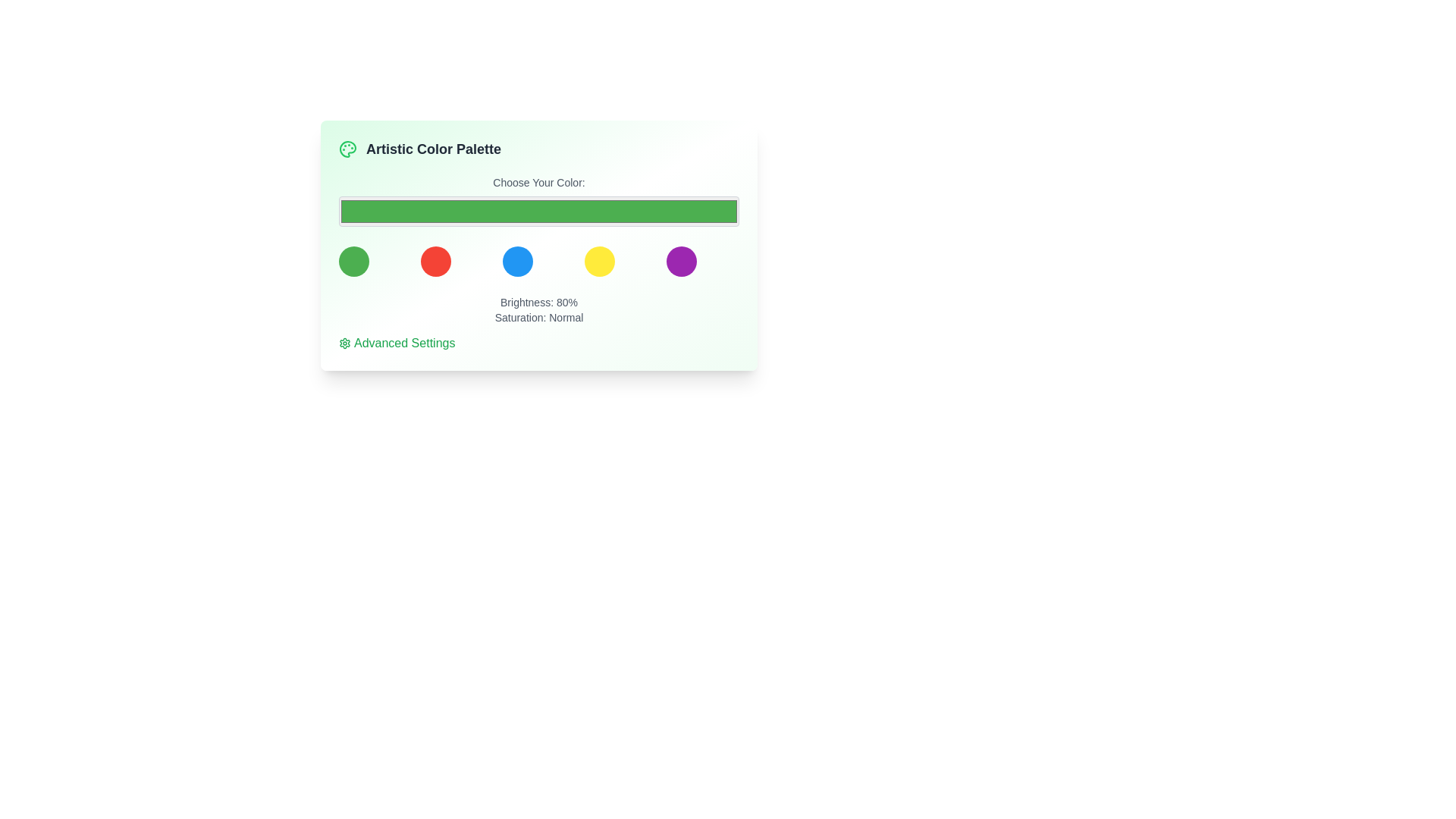 Image resolution: width=1456 pixels, height=819 pixels. What do you see at coordinates (538, 302) in the screenshot?
I see `the non-interactive text label displaying the brightness level ('80%') within the 'Artistic Color Palette' section` at bounding box center [538, 302].